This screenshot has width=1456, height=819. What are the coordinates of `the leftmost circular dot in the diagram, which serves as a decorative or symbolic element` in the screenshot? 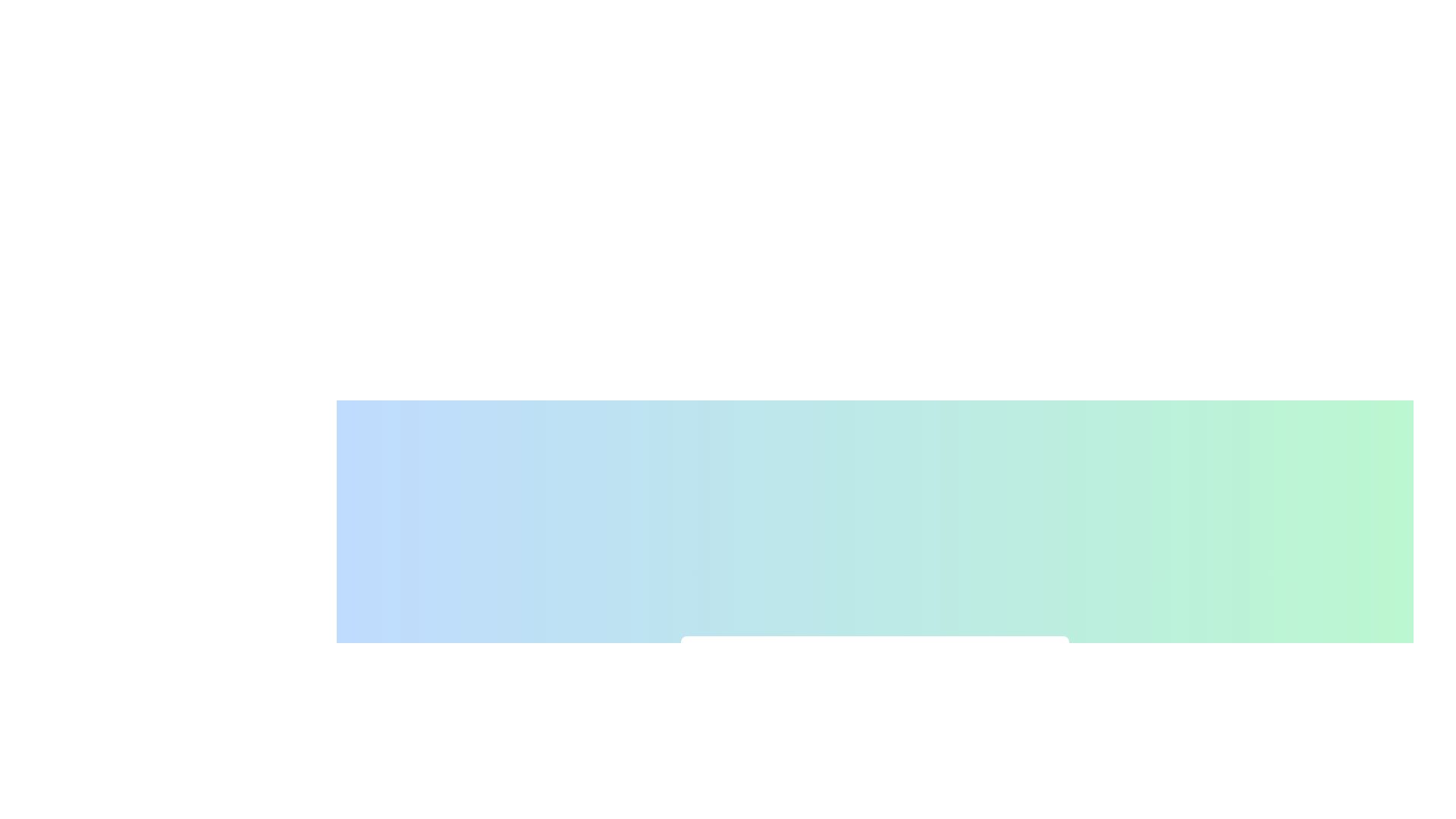 It's located at (1023, 668).